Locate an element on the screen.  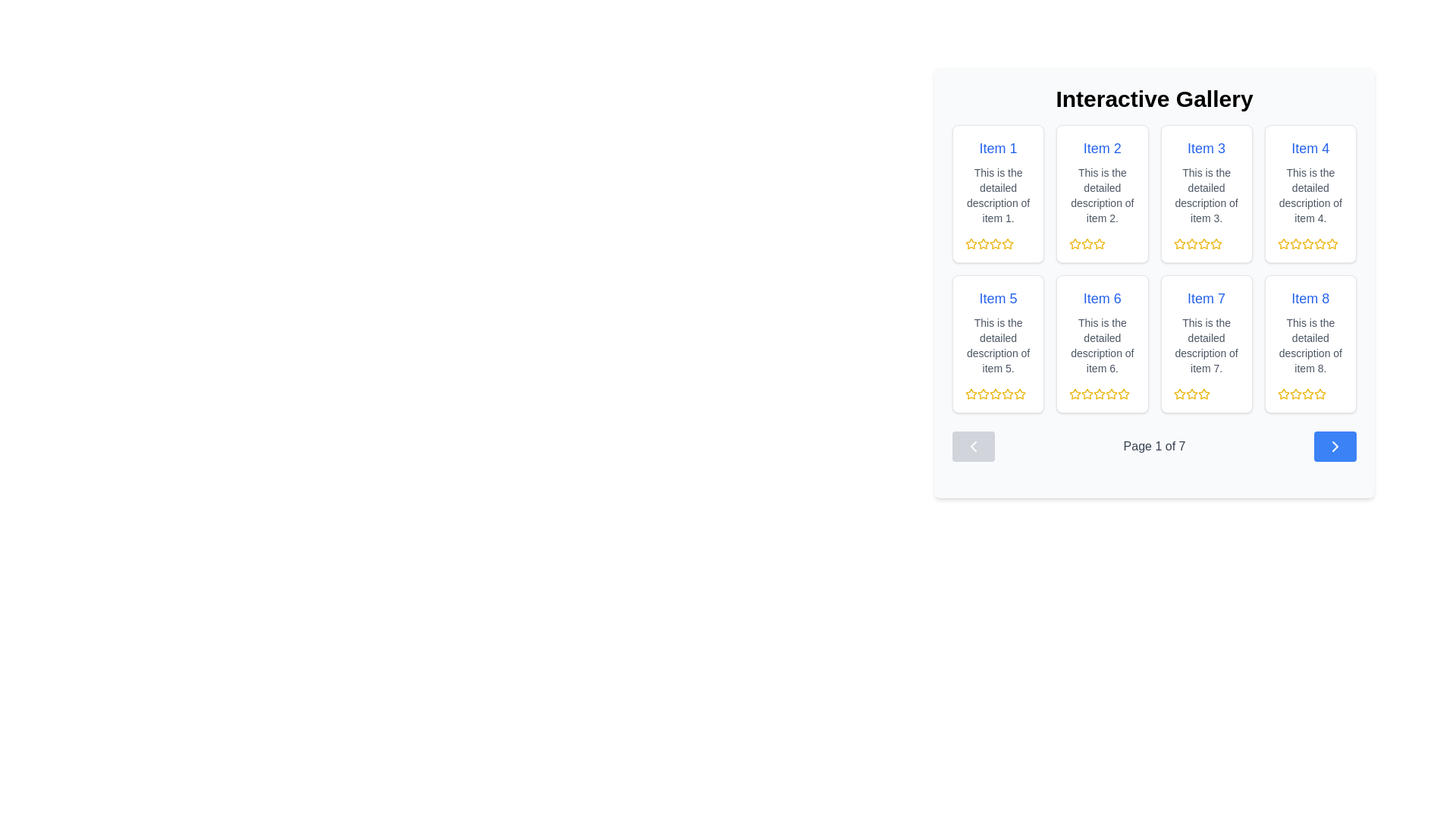
the second rating star icon for 'Item 1' in the Interactive Gallery for keyboard interaction is located at coordinates (983, 243).